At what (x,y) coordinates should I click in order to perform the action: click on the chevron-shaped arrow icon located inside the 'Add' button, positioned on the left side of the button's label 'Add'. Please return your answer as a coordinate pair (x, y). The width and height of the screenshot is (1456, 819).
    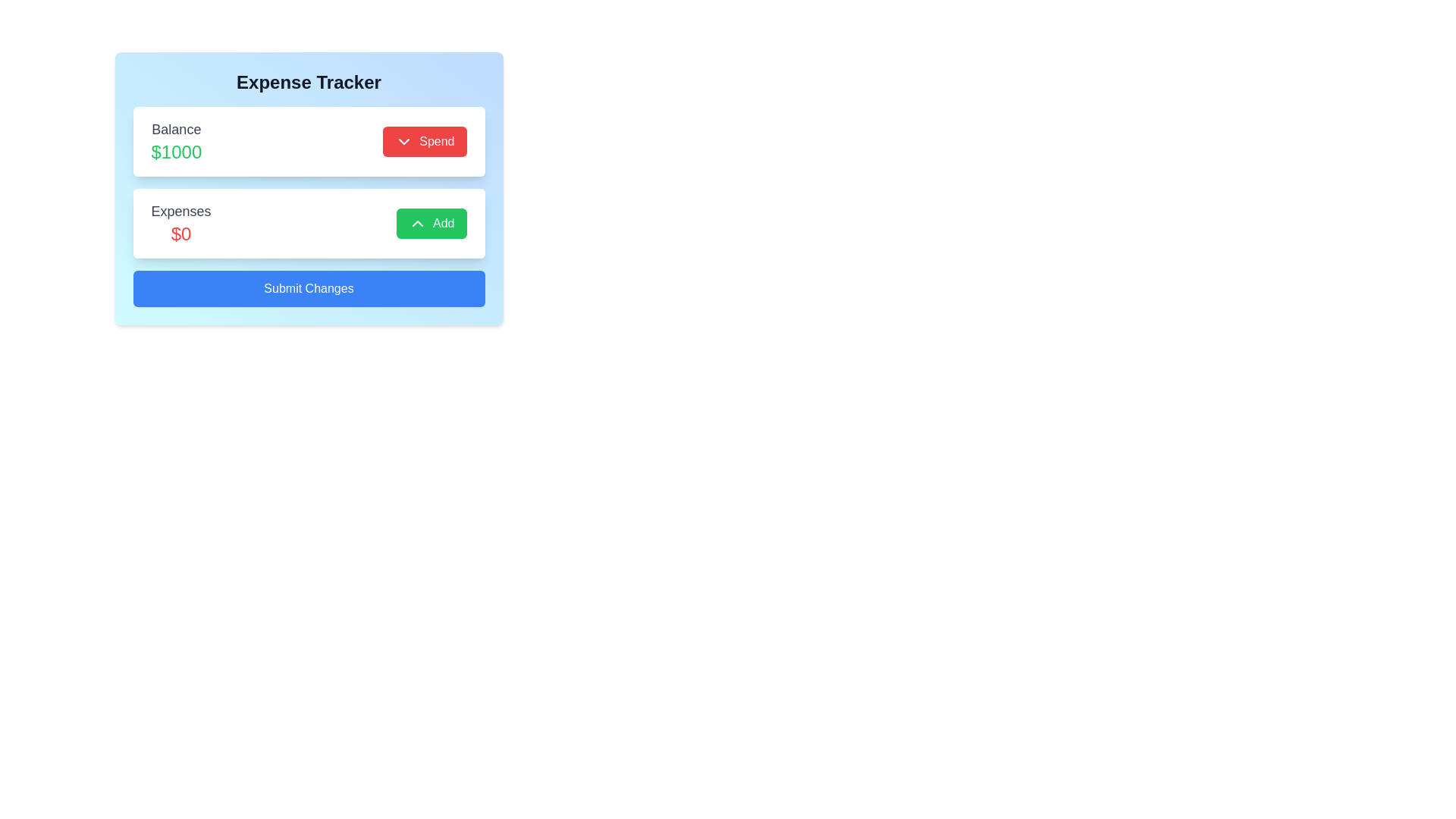
    Looking at the image, I should click on (418, 223).